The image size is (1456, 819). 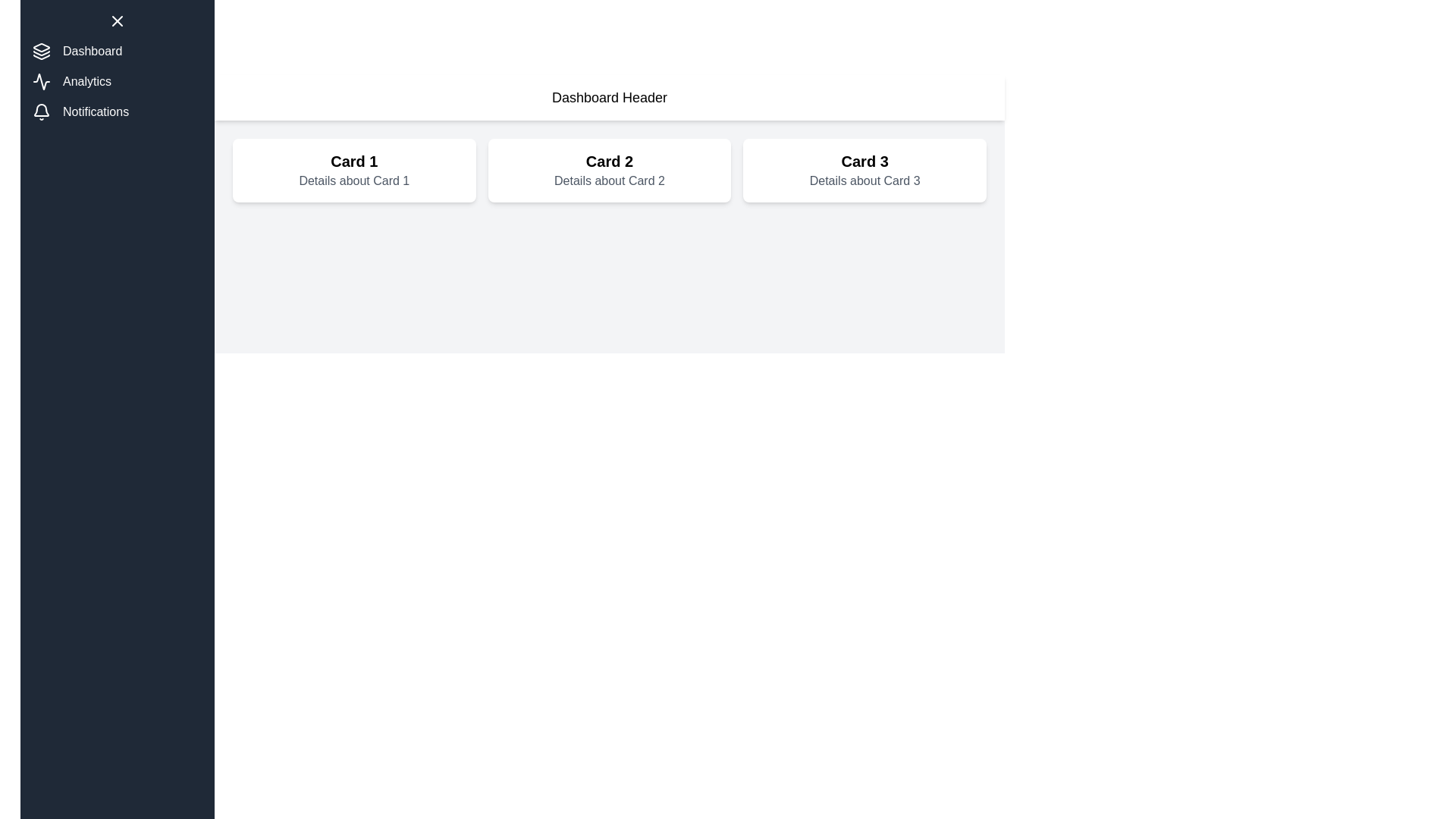 I want to click on the 'Dashboard' menu icon located at the top of the vertical sidebar to the left of the text 'Dashboard', so click(x=41, y=51).